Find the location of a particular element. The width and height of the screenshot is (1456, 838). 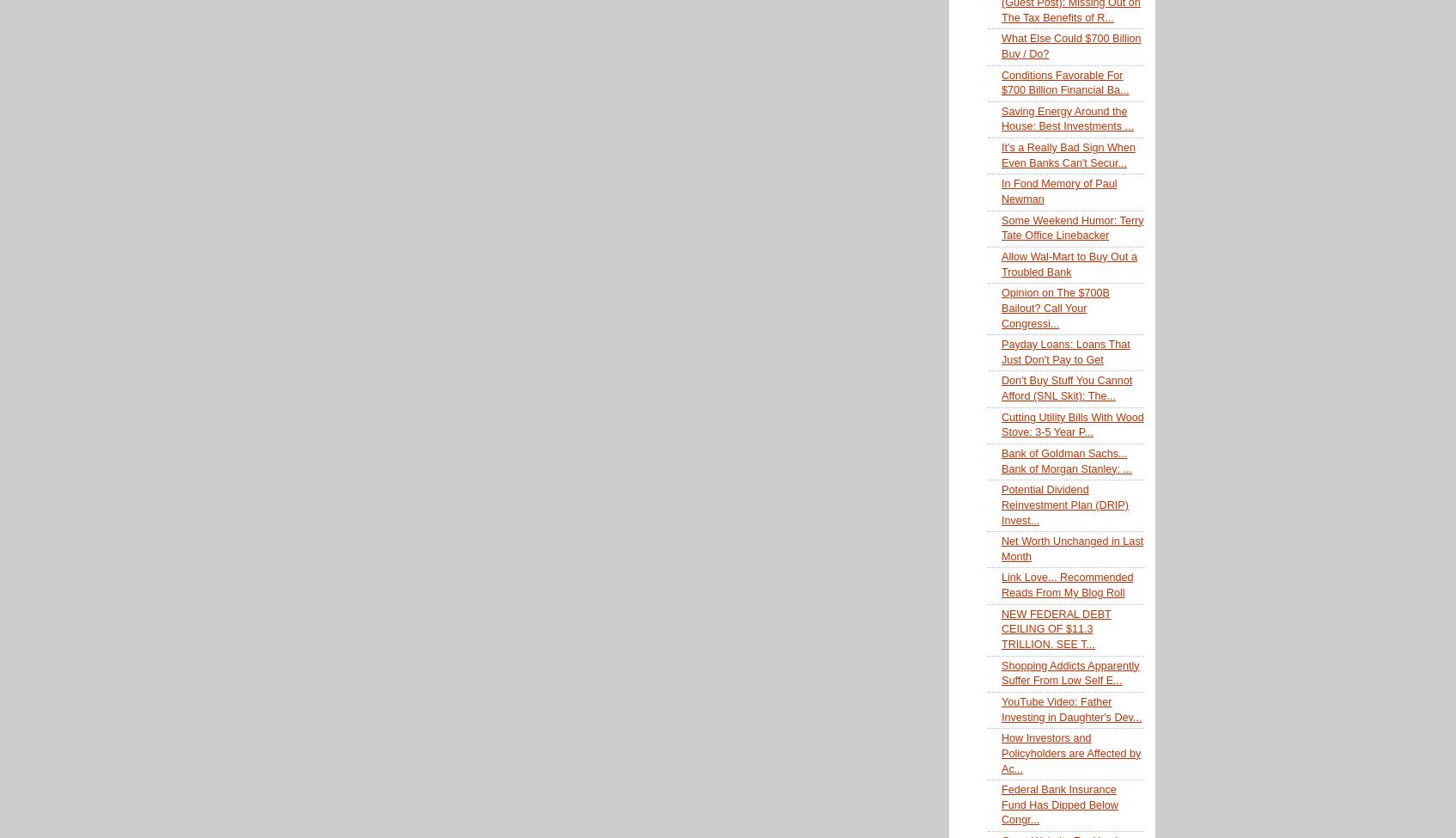

'Conditions Favorable For $700 Billion Financial Ba...' is located at coordinates (1064, 83).